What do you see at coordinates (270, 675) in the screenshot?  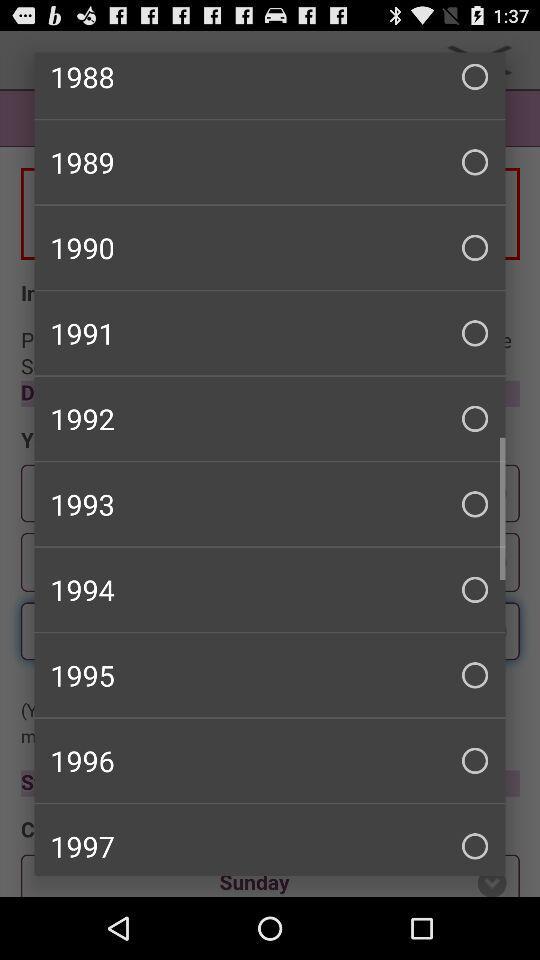 I see `the 1995 icon` at bounding box center [270, 675].